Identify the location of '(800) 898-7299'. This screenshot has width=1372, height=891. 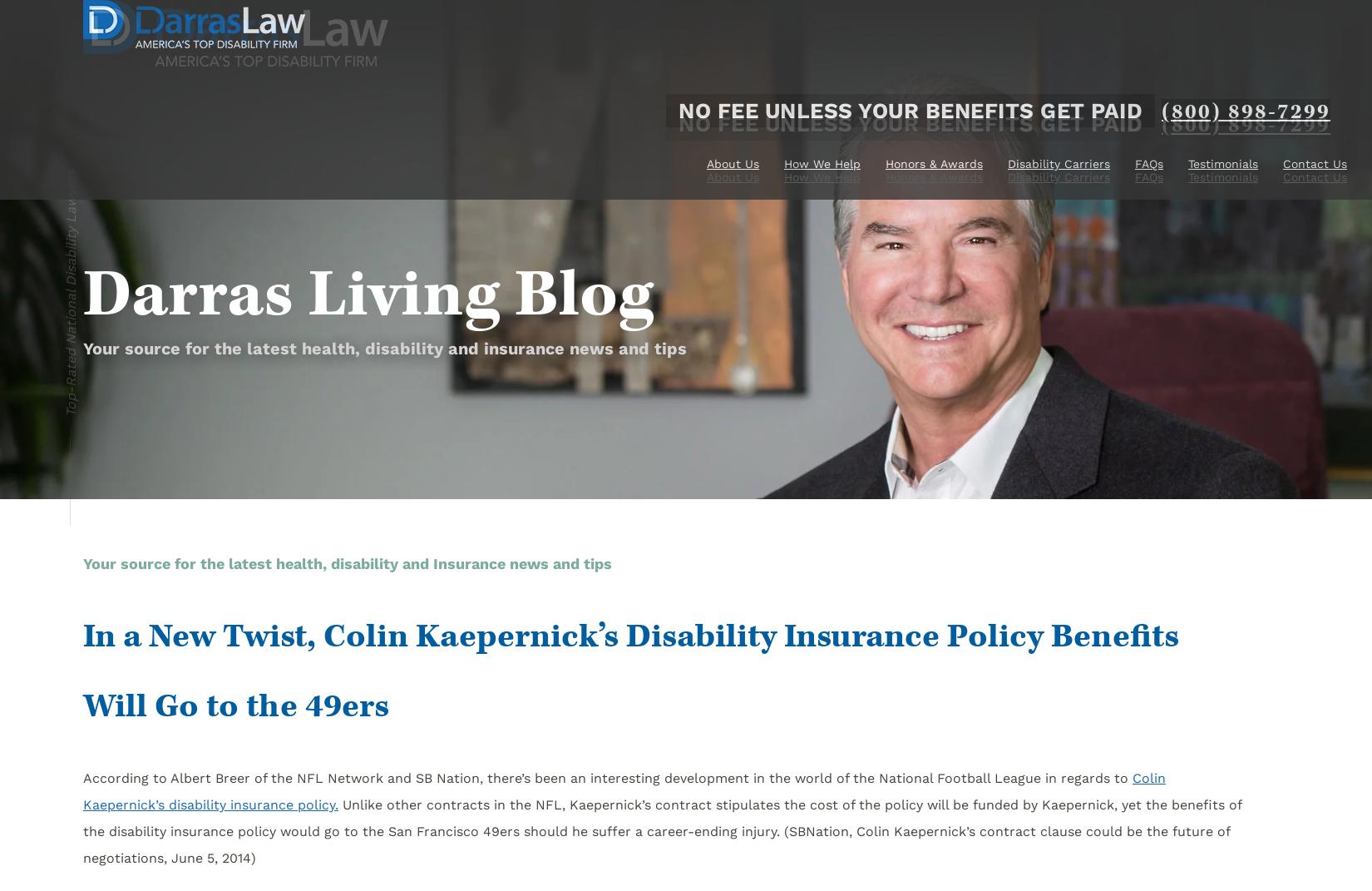
(1161, 126).